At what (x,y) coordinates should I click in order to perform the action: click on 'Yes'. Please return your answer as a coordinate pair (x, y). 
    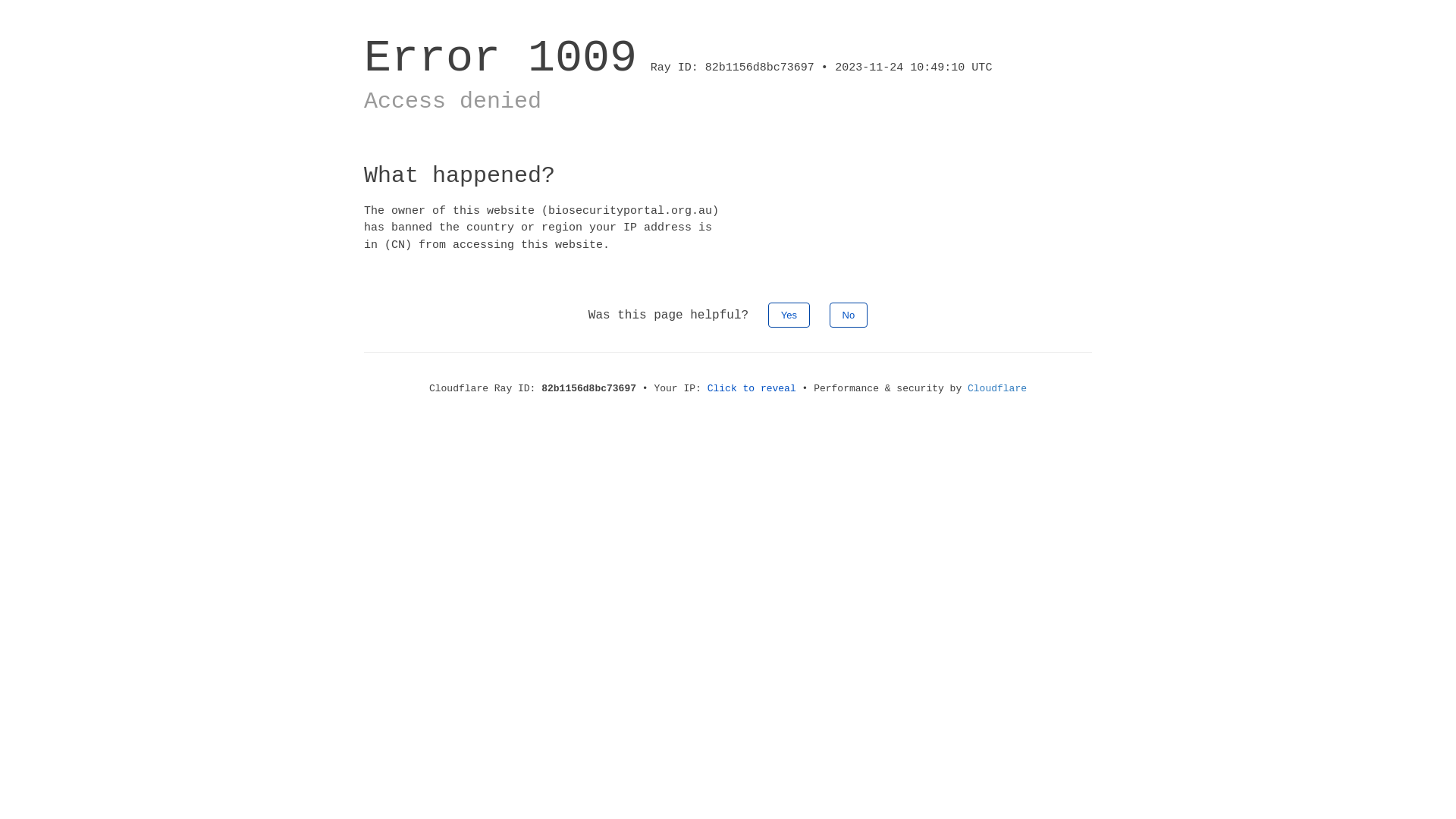
    Looking at the image, I should click on (767, 314).